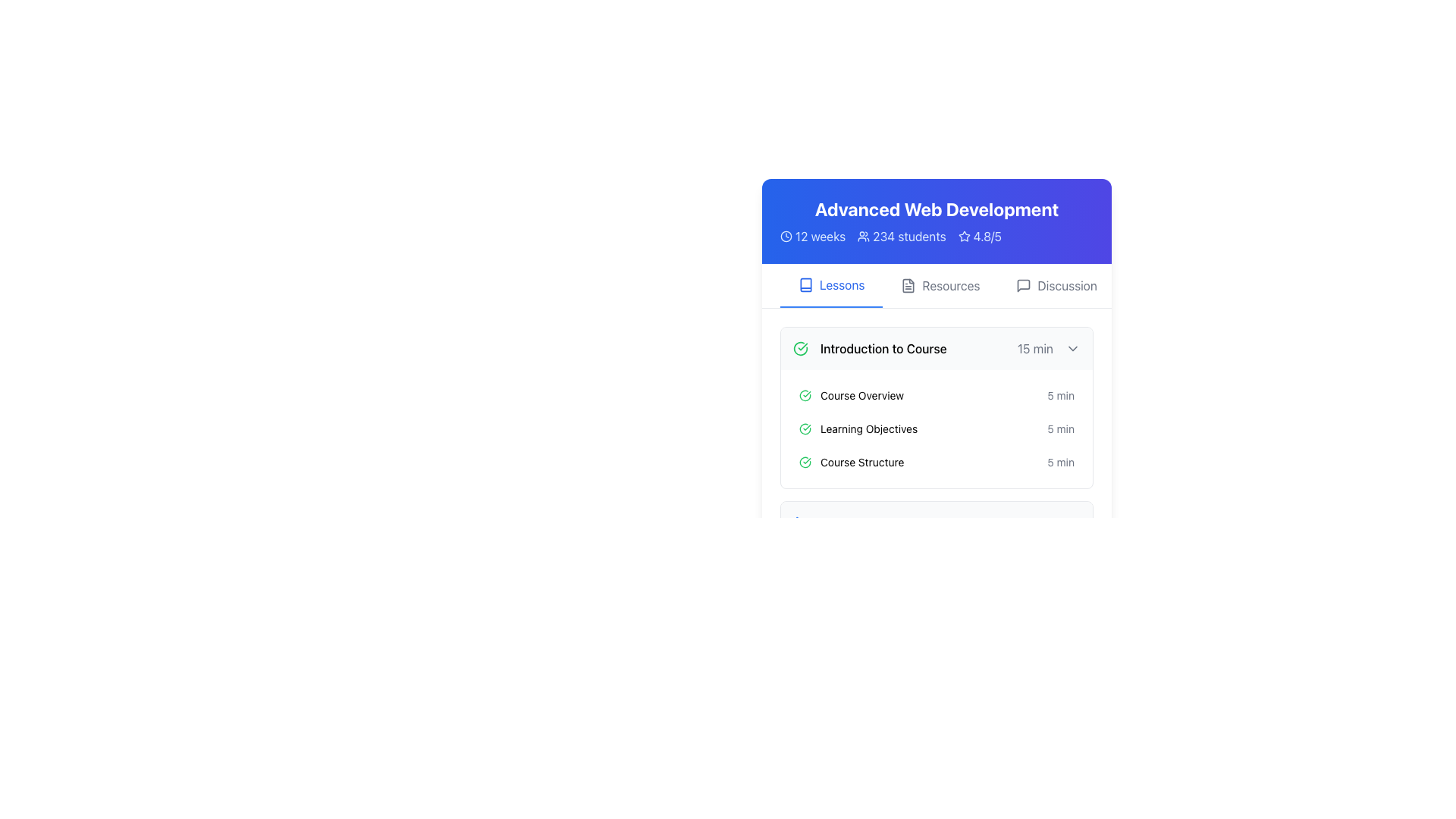 This screenshot has height=819, width=1456. What do you see at coordinates (1060, 394) in the screenshot?
I see `the small text label displaying '5 min' in light gray color, which is located next to the 'Course Overview' item in the 'Introduction to Course' subsection` at bounding box center [1060, 394].